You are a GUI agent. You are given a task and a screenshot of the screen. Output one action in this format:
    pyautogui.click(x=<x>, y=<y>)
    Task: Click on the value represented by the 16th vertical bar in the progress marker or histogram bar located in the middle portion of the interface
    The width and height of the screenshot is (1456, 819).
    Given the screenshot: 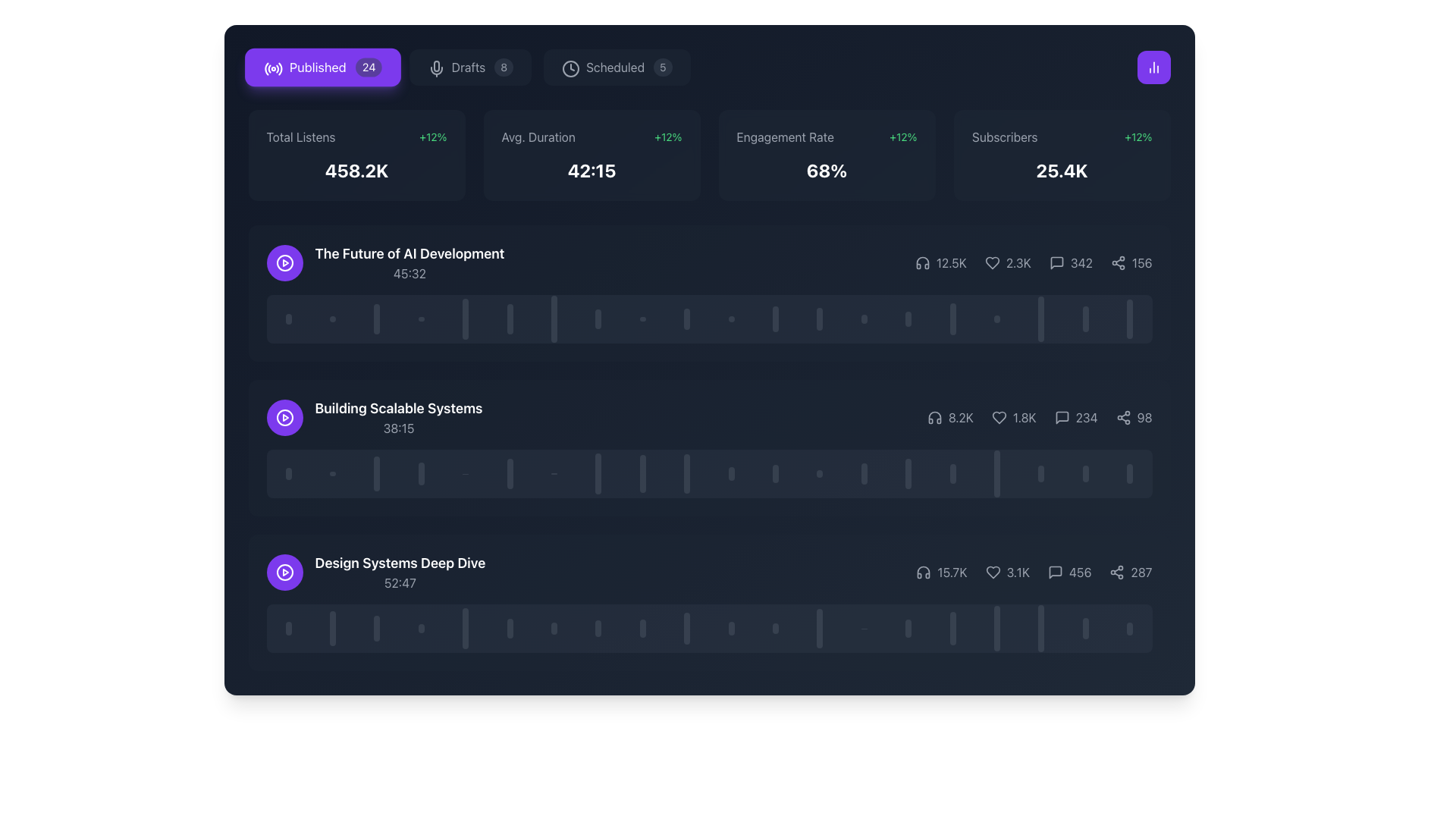 What is the action you would take?
    pyautogui.click(x=952, y=472)
    